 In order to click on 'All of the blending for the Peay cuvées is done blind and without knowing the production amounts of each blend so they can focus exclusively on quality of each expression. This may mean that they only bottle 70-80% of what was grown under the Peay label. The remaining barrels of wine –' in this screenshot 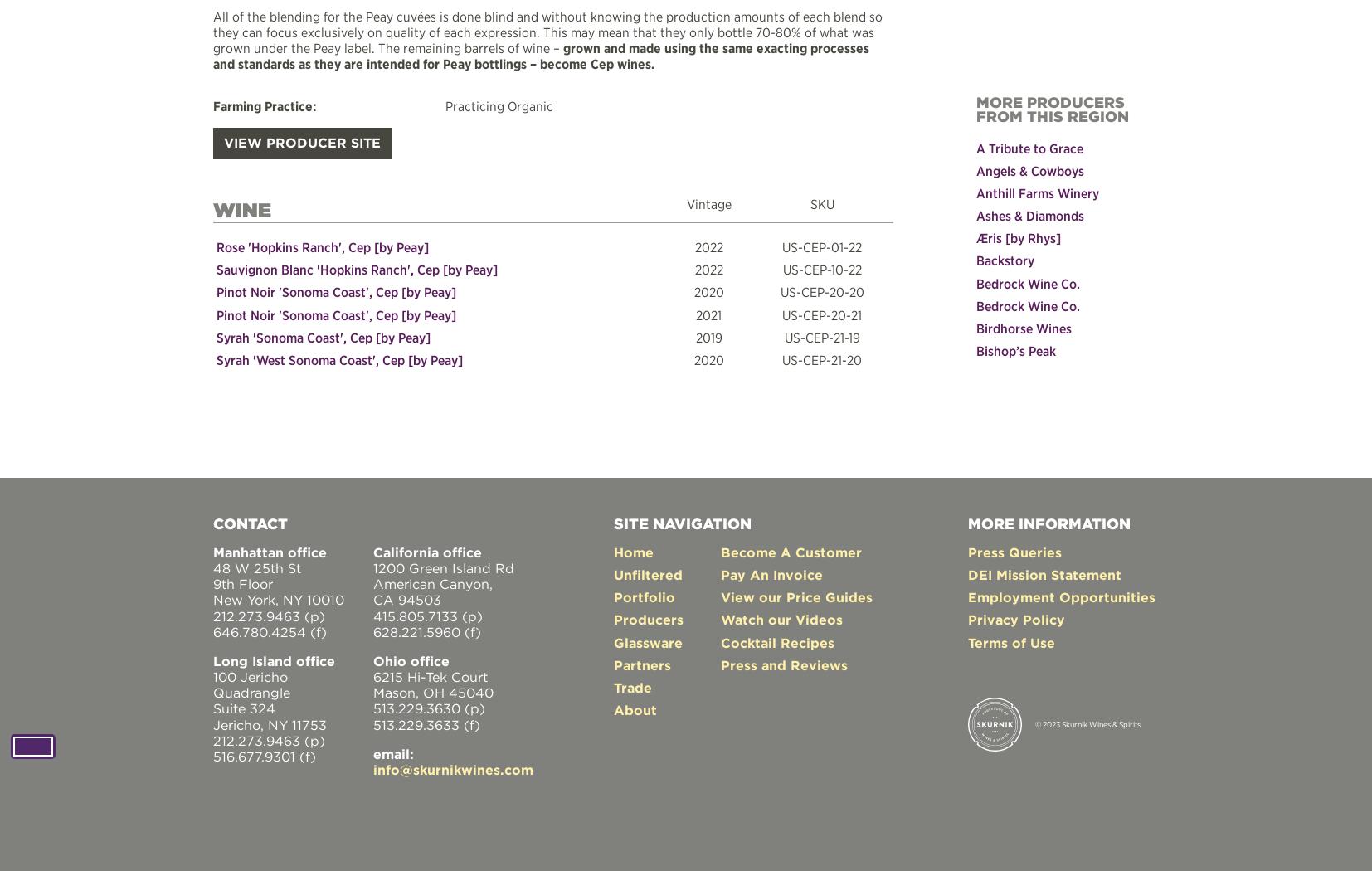, I will do `click(547, 32)`.